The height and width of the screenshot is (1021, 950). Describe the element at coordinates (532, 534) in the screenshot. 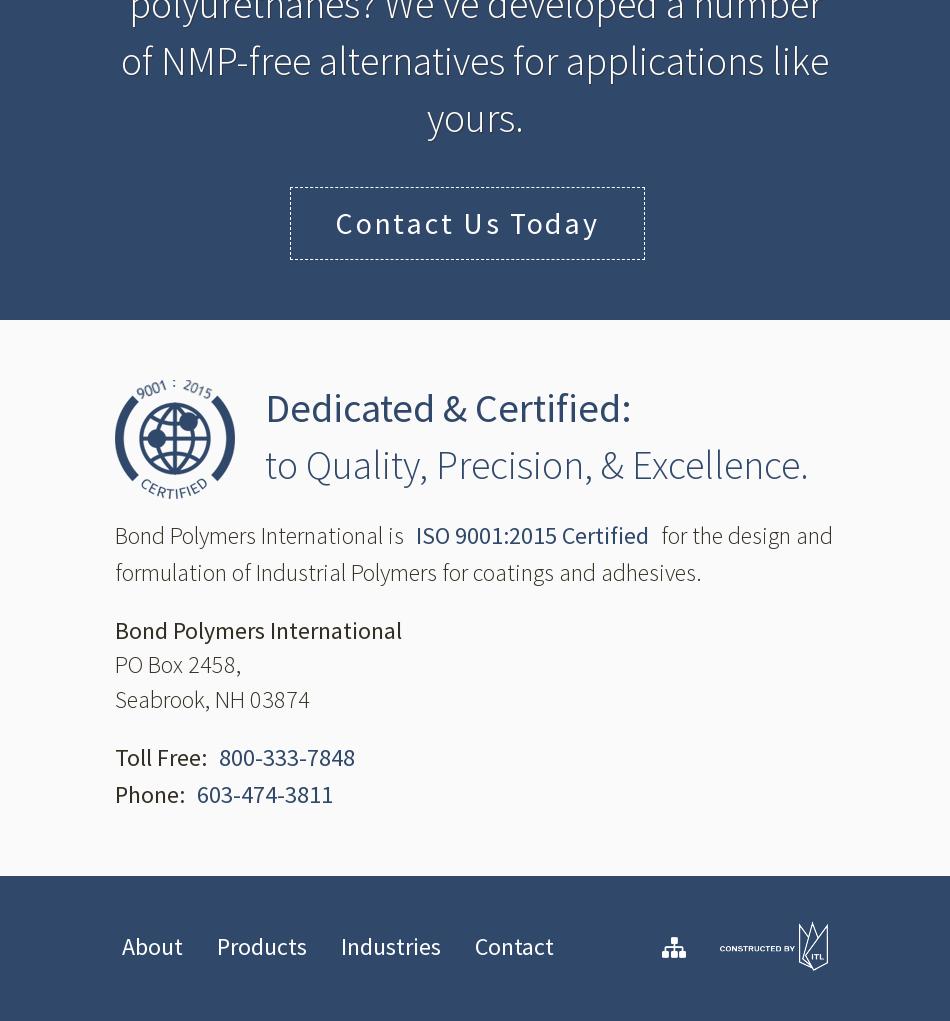

I see `'ISO 9001:2015 Certified'` at that location.